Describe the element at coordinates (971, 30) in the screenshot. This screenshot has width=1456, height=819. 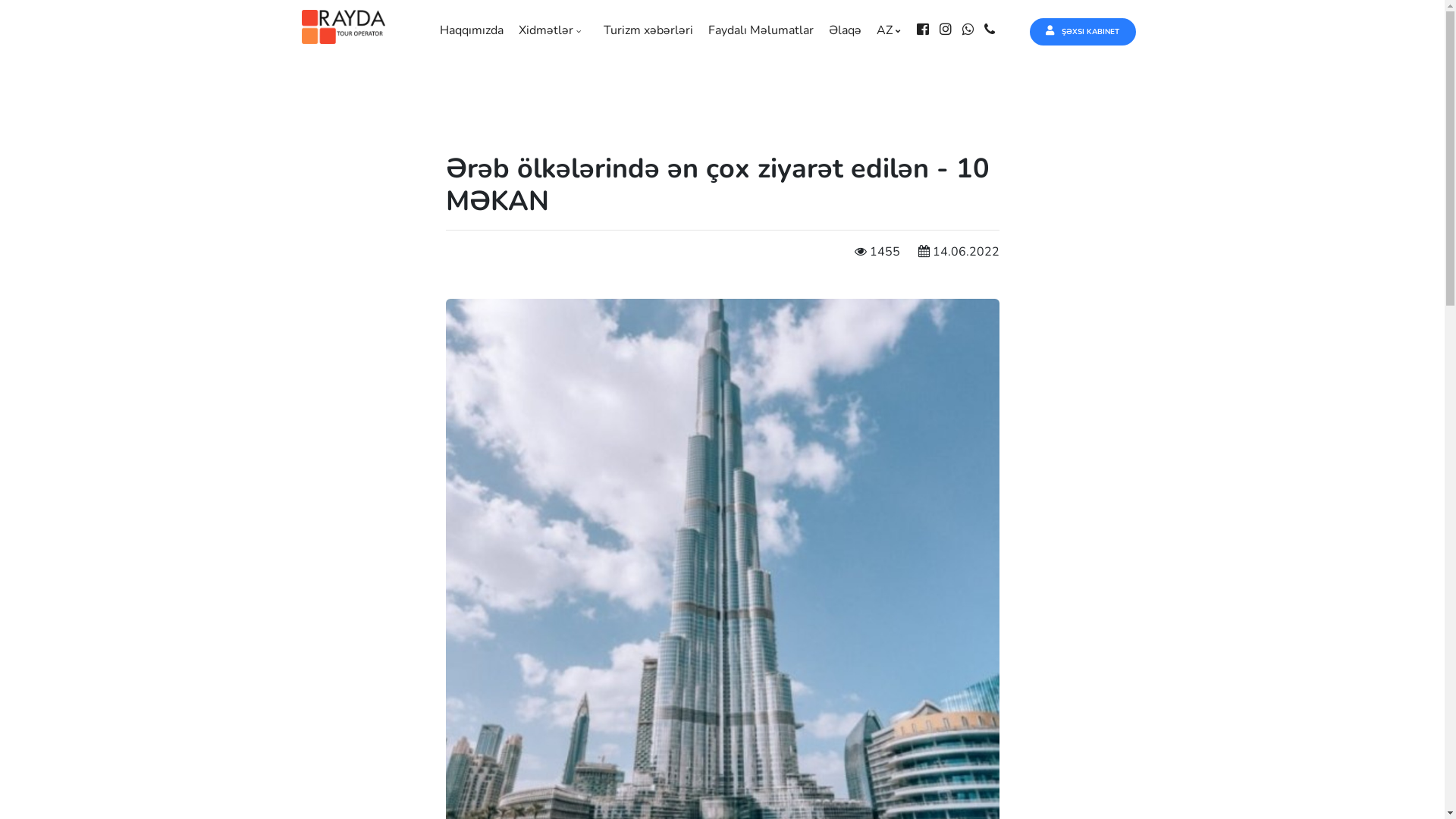
I see `'Whatsapp'` at that location.